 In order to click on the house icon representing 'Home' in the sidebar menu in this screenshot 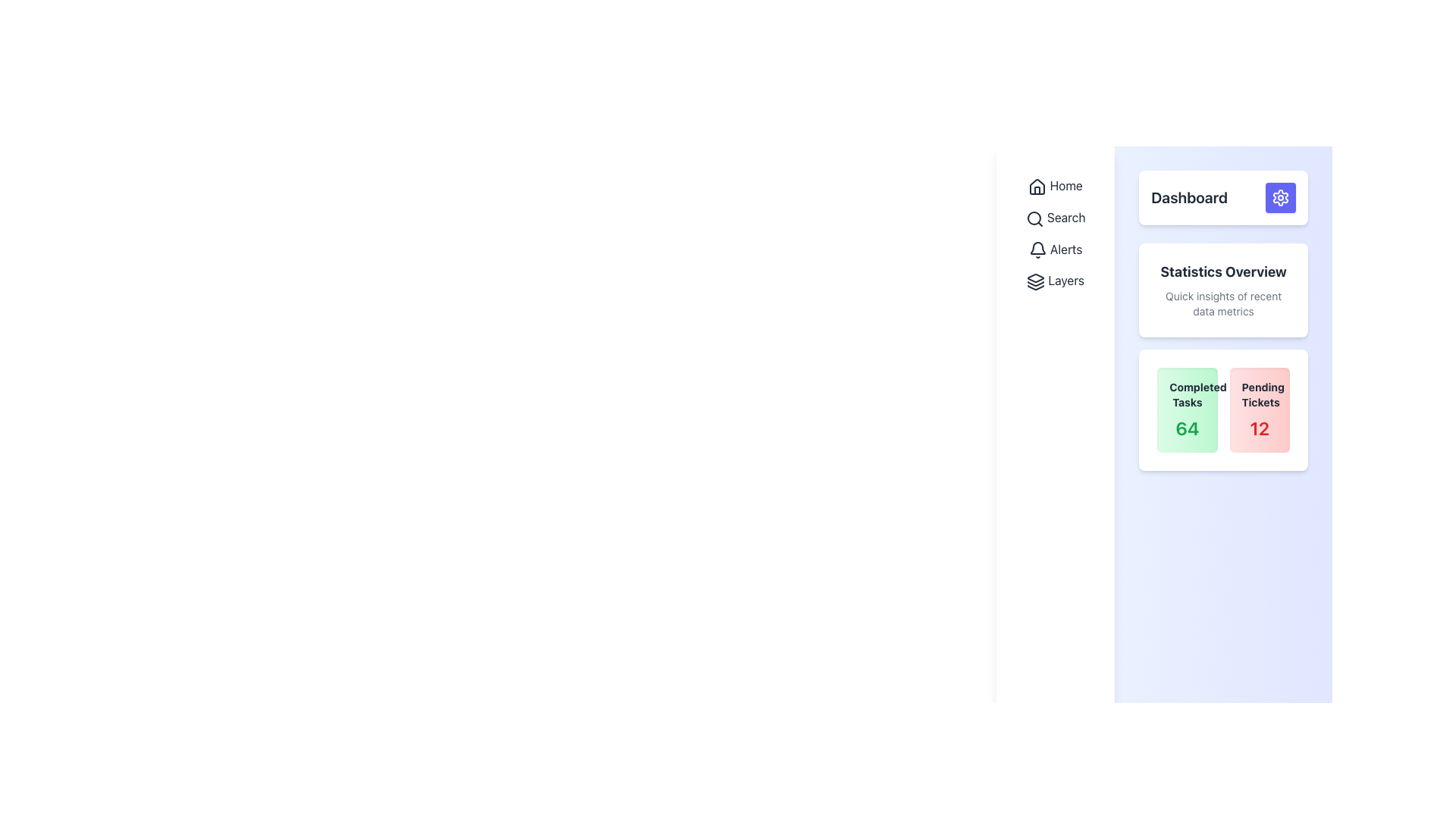, I will do `click(1037, 186)`.